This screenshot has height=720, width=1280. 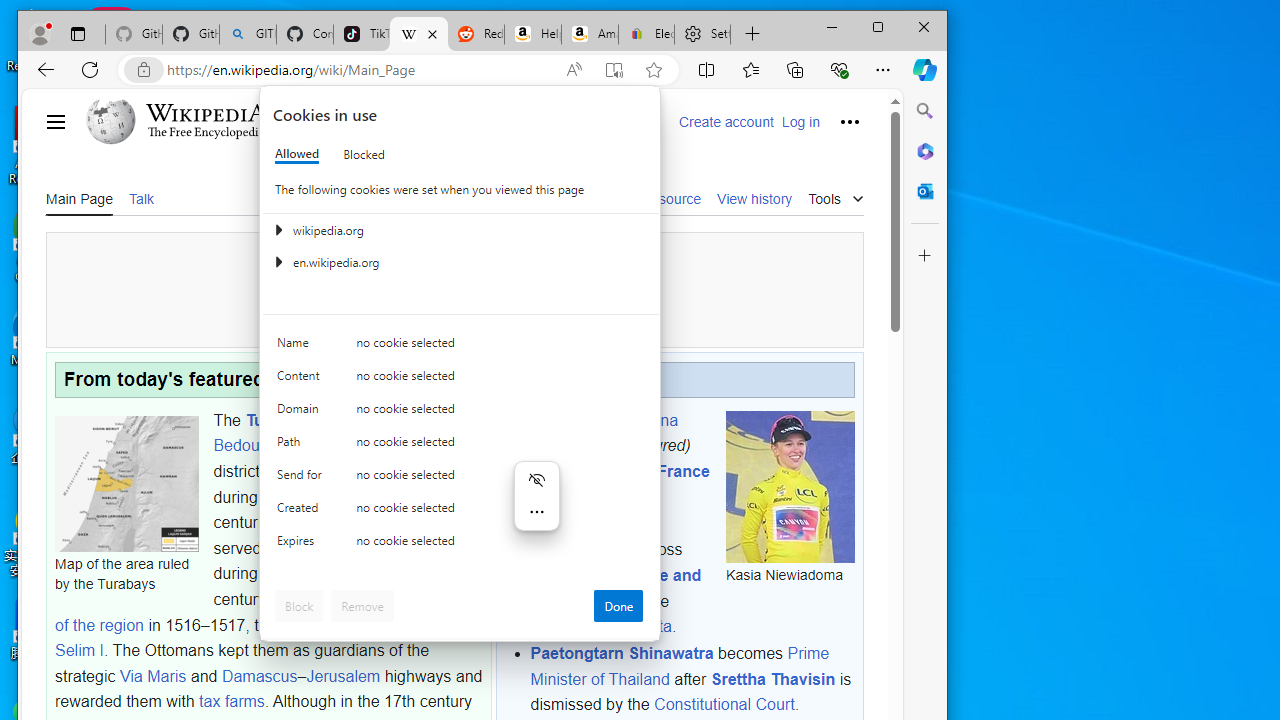 I want to click on 'Mini menu on text selection', so click(x=536, y=506).